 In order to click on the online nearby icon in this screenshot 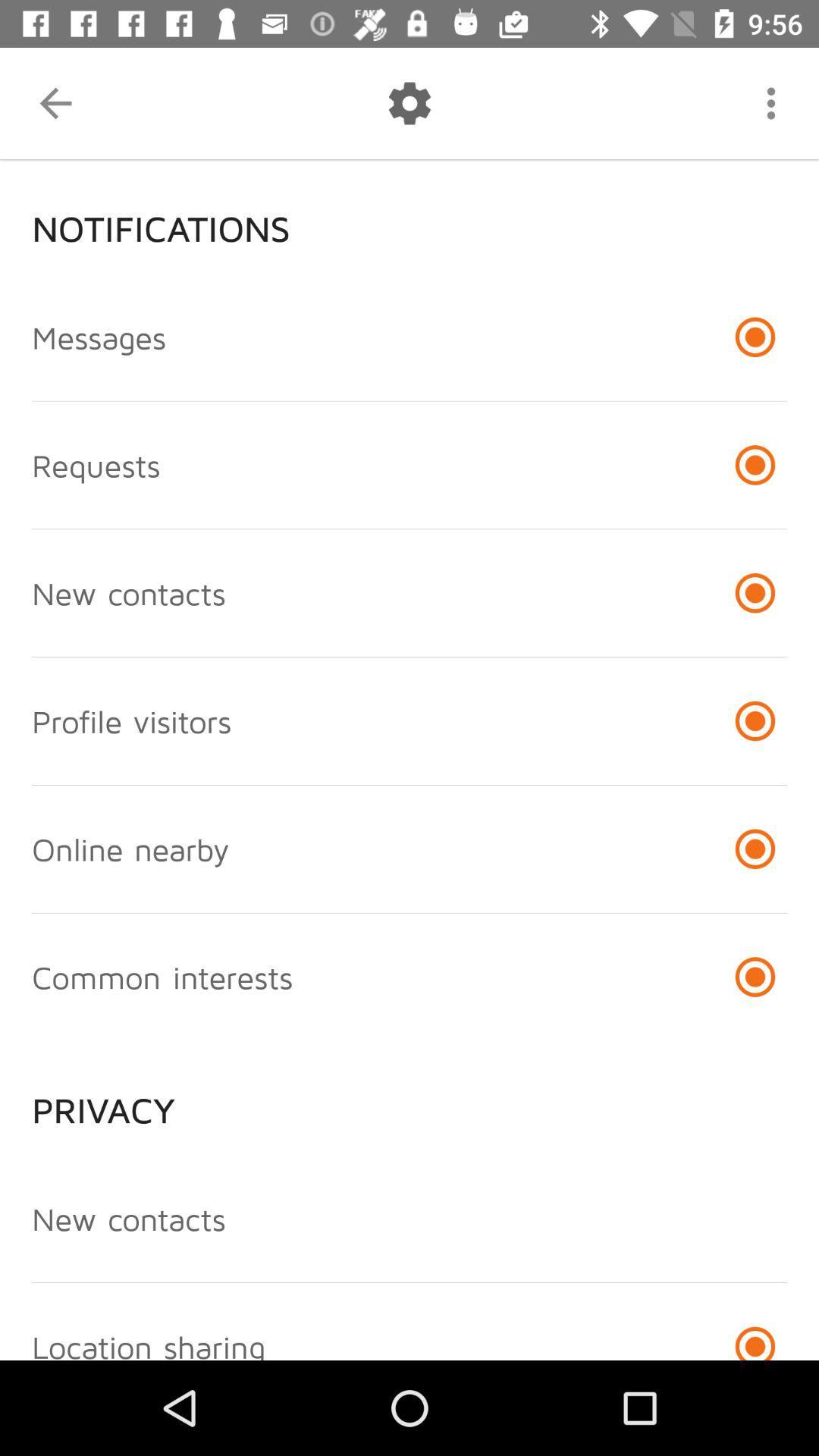, I will do `click(130, 848)`.